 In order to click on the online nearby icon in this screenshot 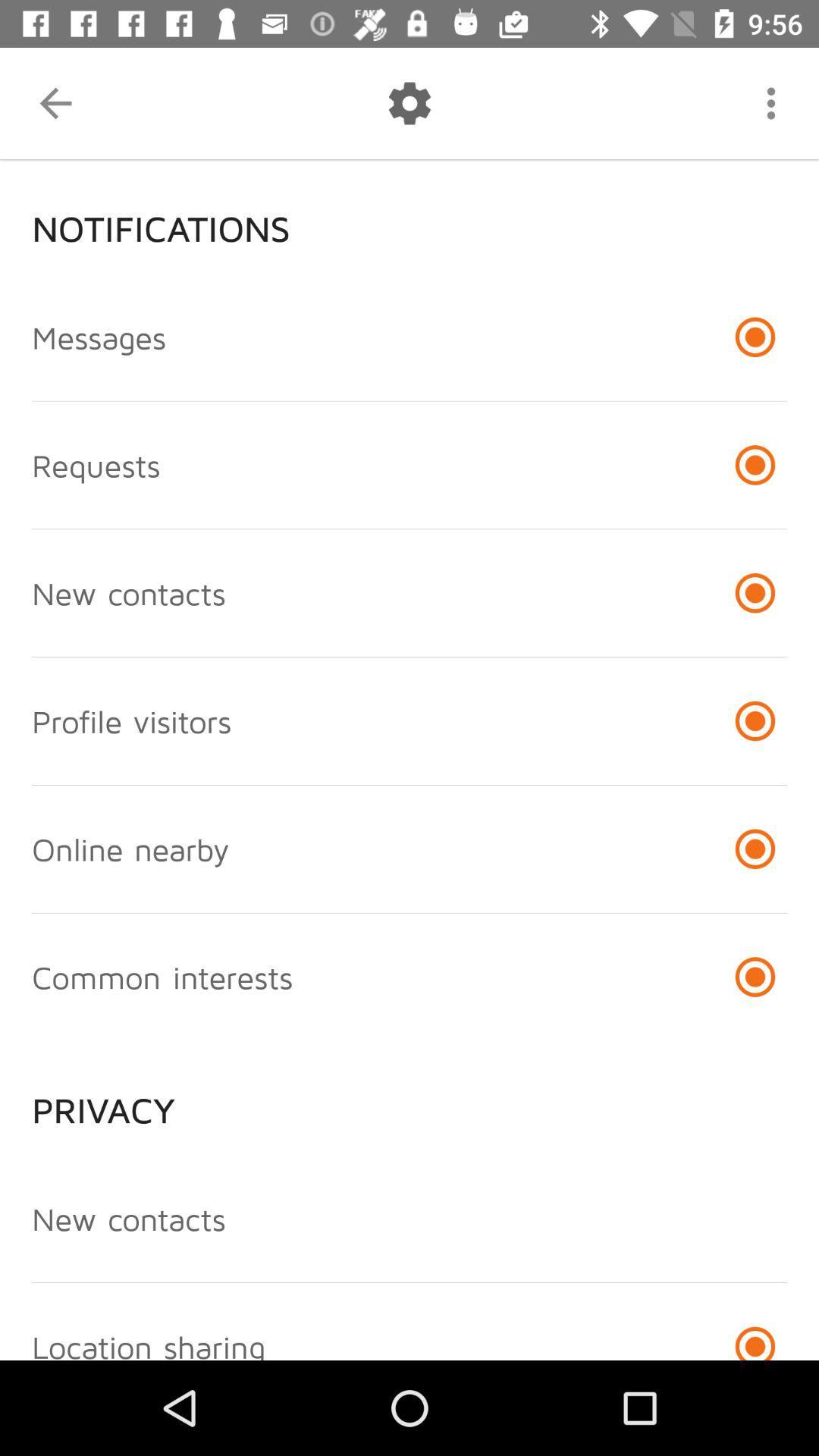, I will do `click(130, 848)`.